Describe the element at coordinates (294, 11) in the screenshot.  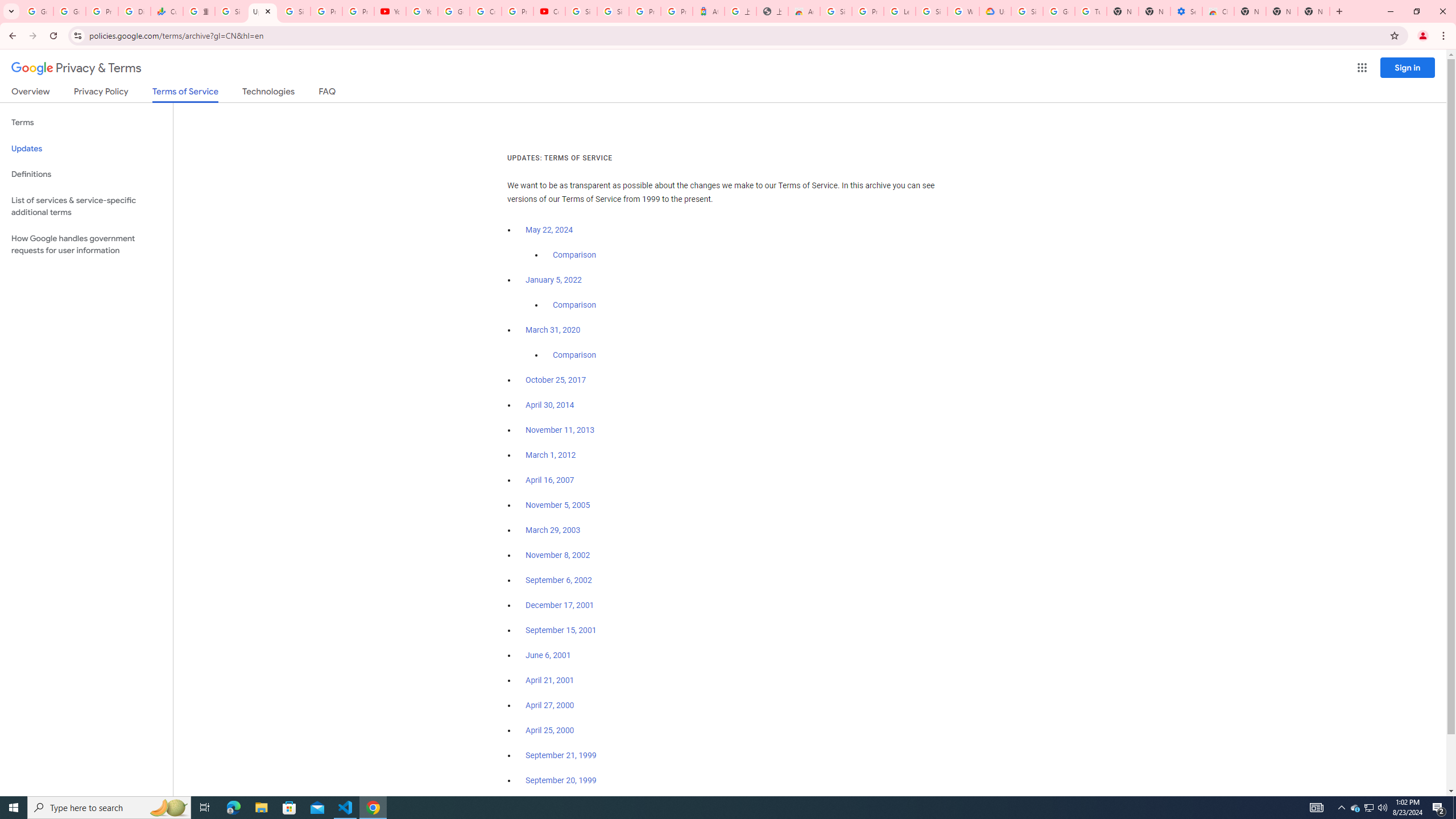
I see `'Sign in - Google Accounts'` at that location.